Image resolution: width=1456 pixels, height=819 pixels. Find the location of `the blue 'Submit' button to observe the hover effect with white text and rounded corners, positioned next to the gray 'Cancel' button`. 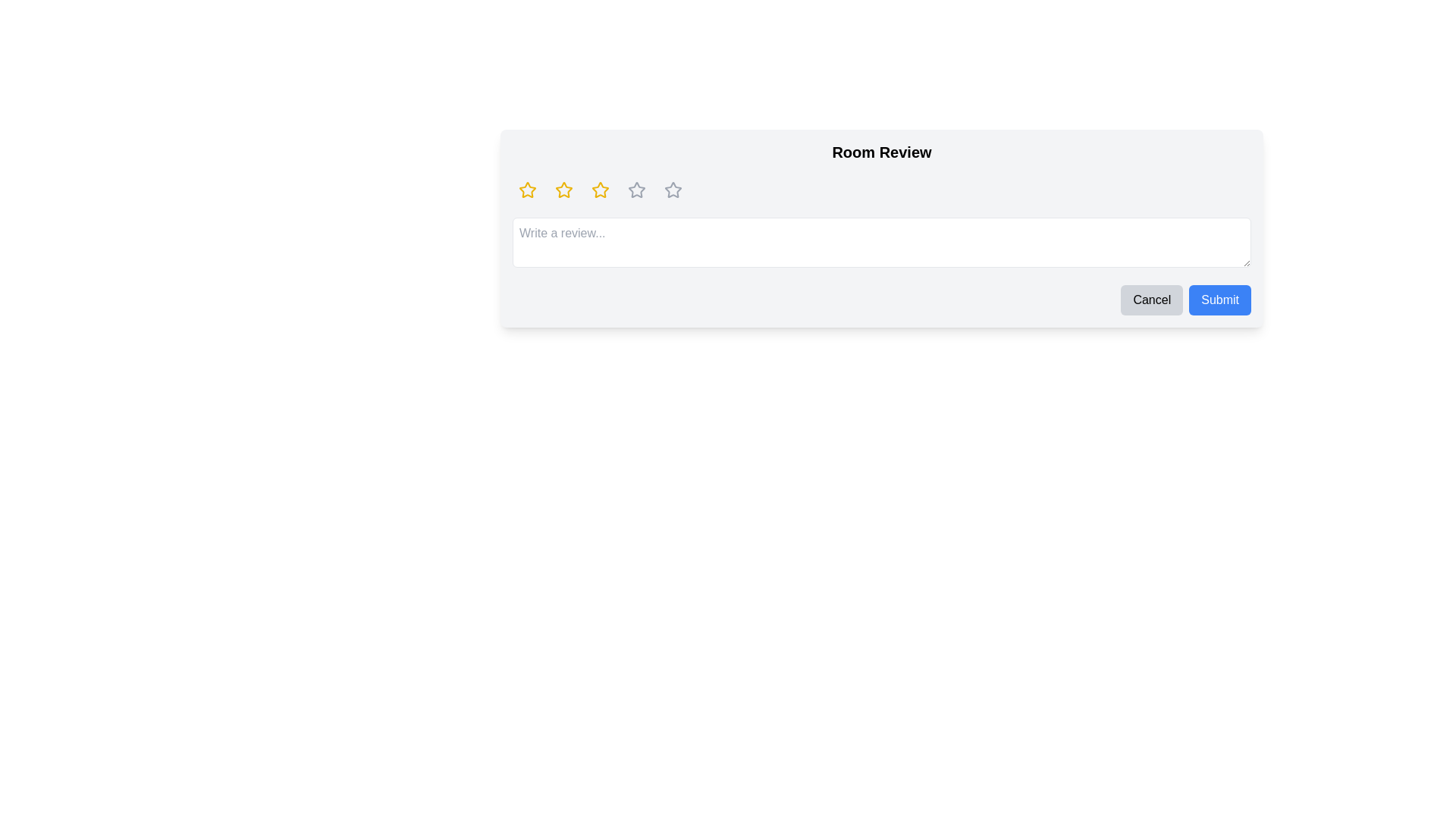

the blue 'Submit' button to observe the hover effect with white text and rounded corners, positioned next to the gray 'Cancel' button is located at coordinates (1220, 300).